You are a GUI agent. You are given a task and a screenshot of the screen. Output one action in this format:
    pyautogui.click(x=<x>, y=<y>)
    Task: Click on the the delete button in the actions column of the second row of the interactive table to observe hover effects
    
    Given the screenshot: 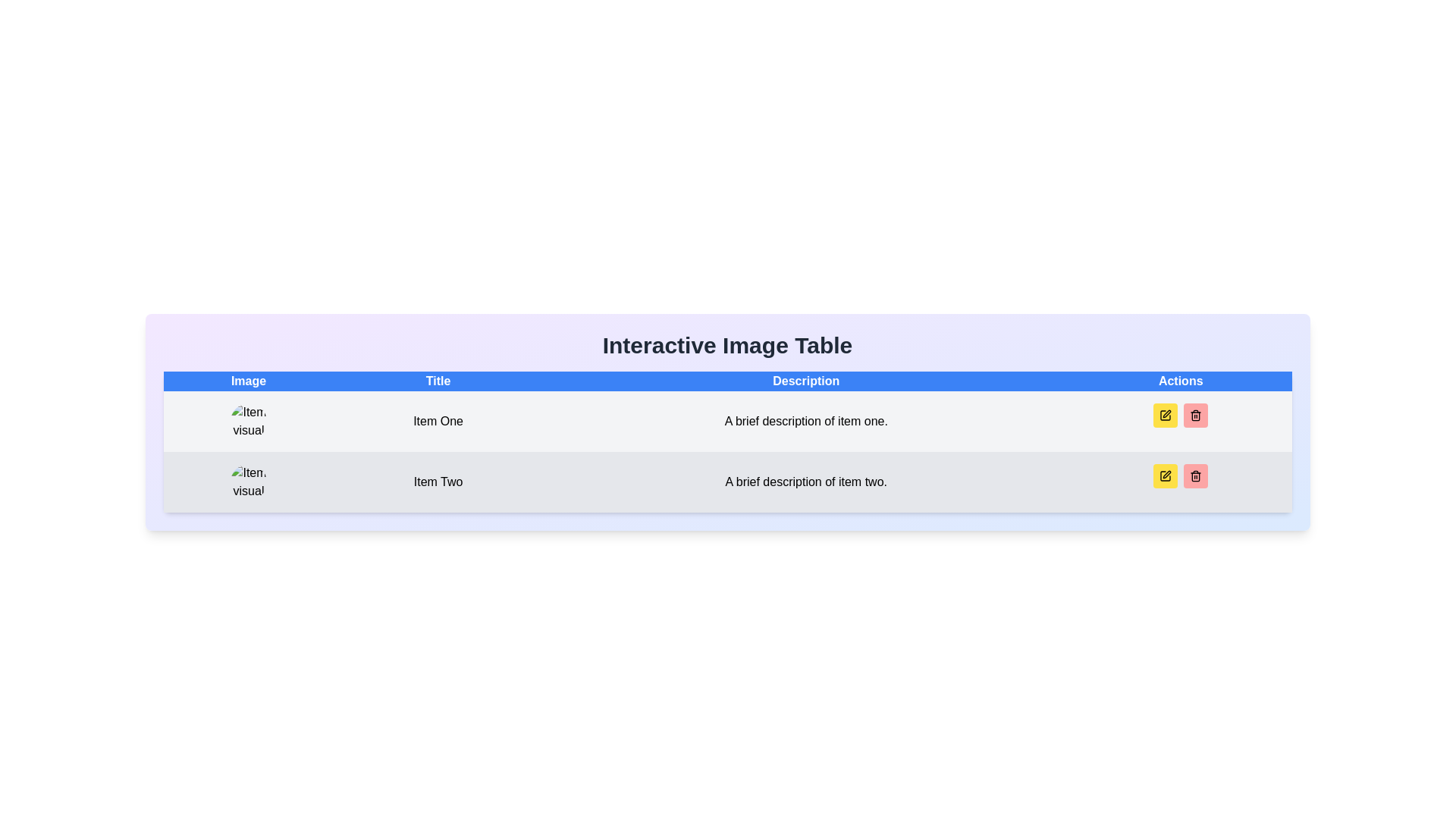 What is the action you would take?
    pyautogui.click(x=1195, y=415)
    